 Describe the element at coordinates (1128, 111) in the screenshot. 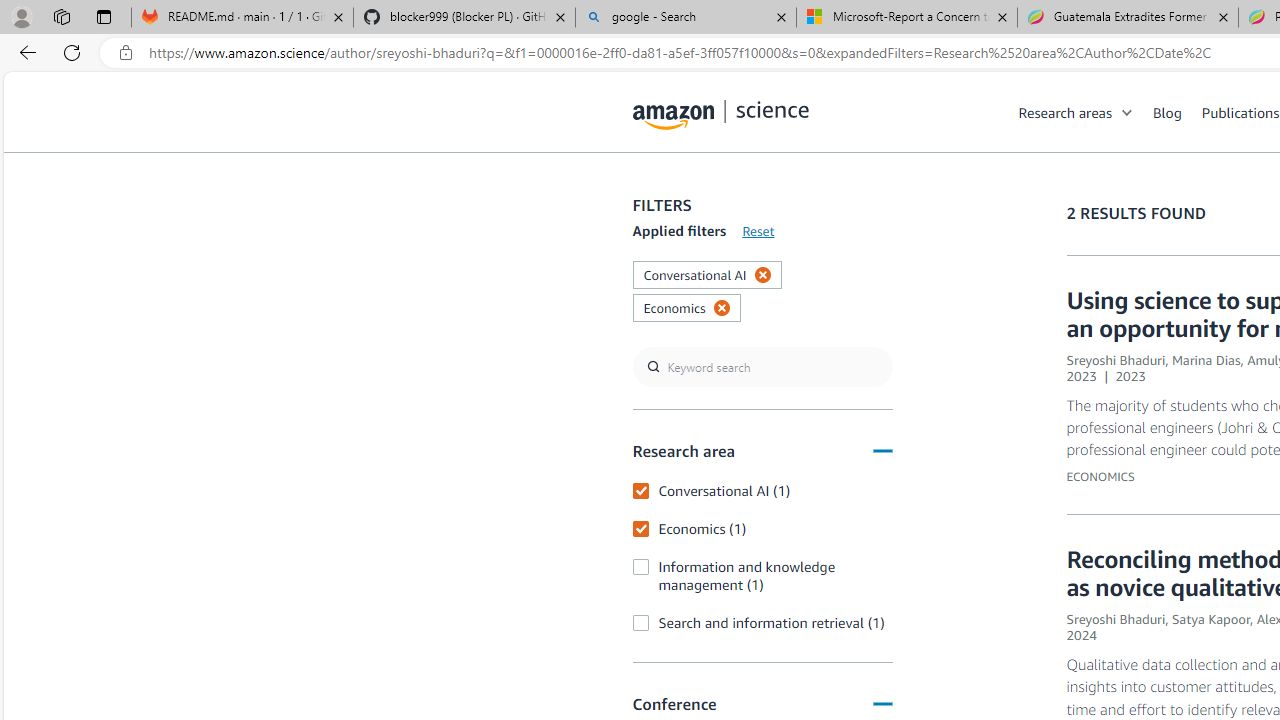

I see `'Open Sub Navigation'` at that location.